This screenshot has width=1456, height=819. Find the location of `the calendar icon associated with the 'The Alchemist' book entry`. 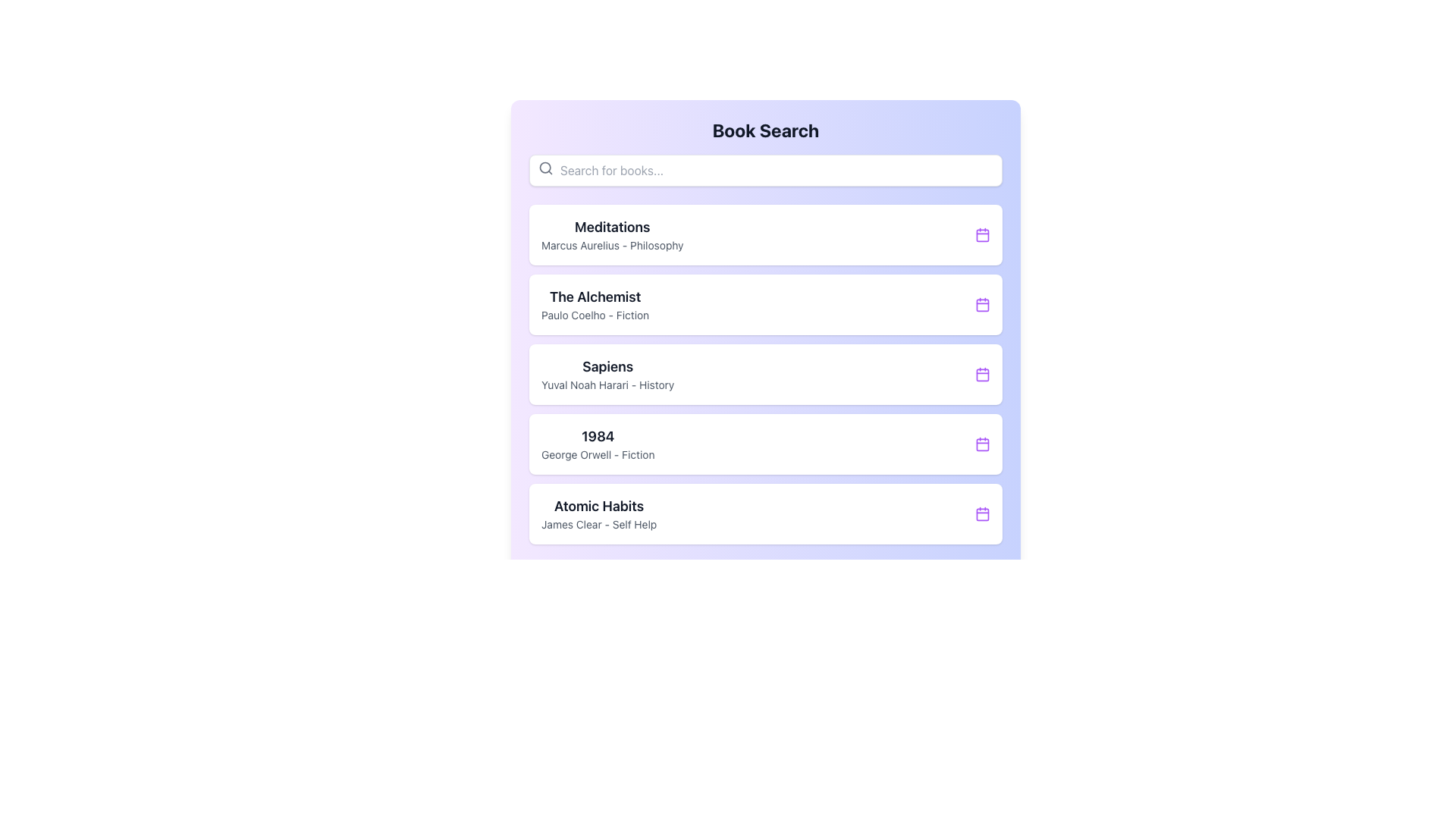

the calendar icon associated with the 'The Alchemist' book entry is located at coordinates (983, 304).